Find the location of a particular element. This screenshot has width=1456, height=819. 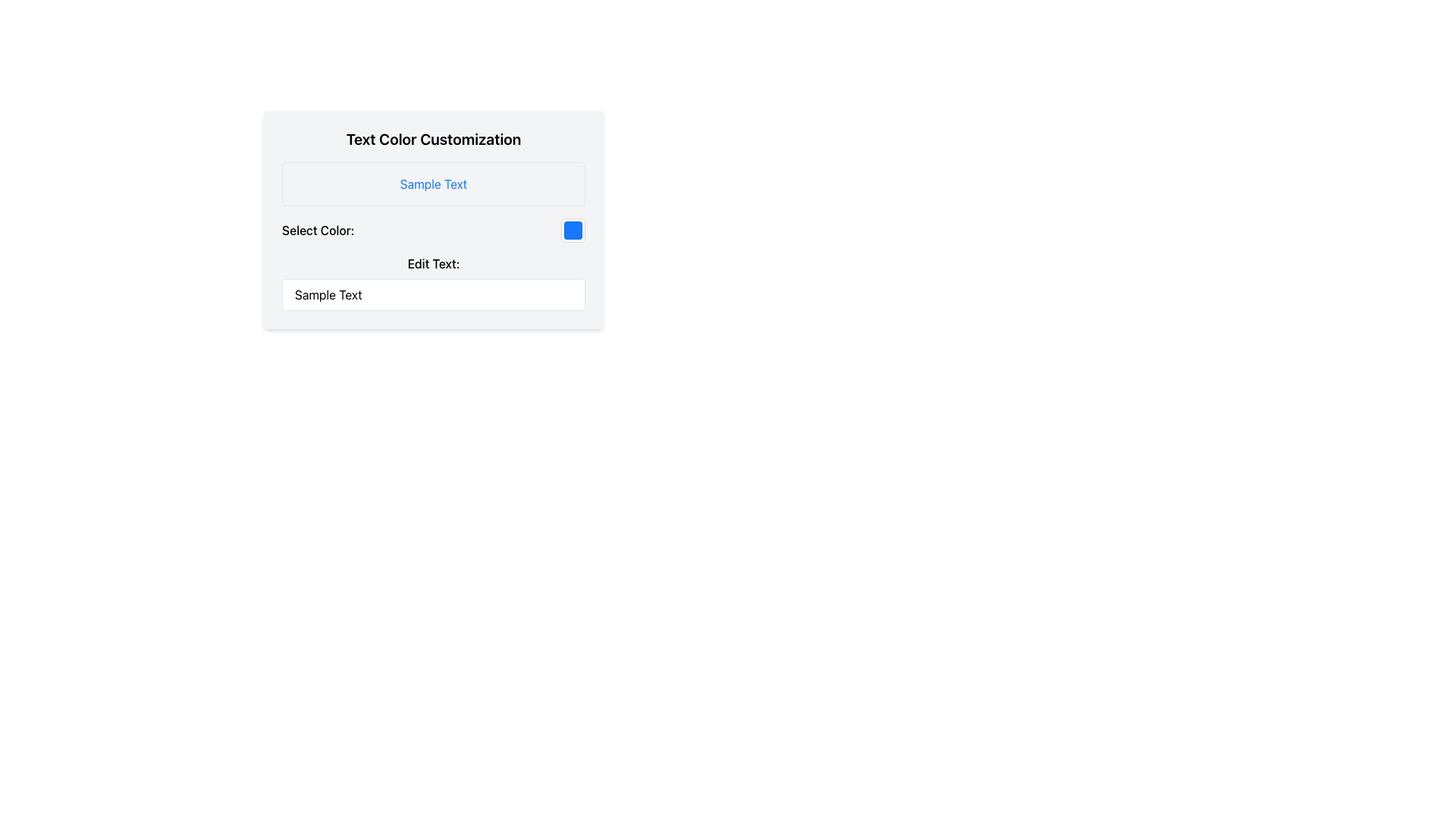

the text input field located below the label 'Edit Text:' which allows users is located at coordinates (432, 295).